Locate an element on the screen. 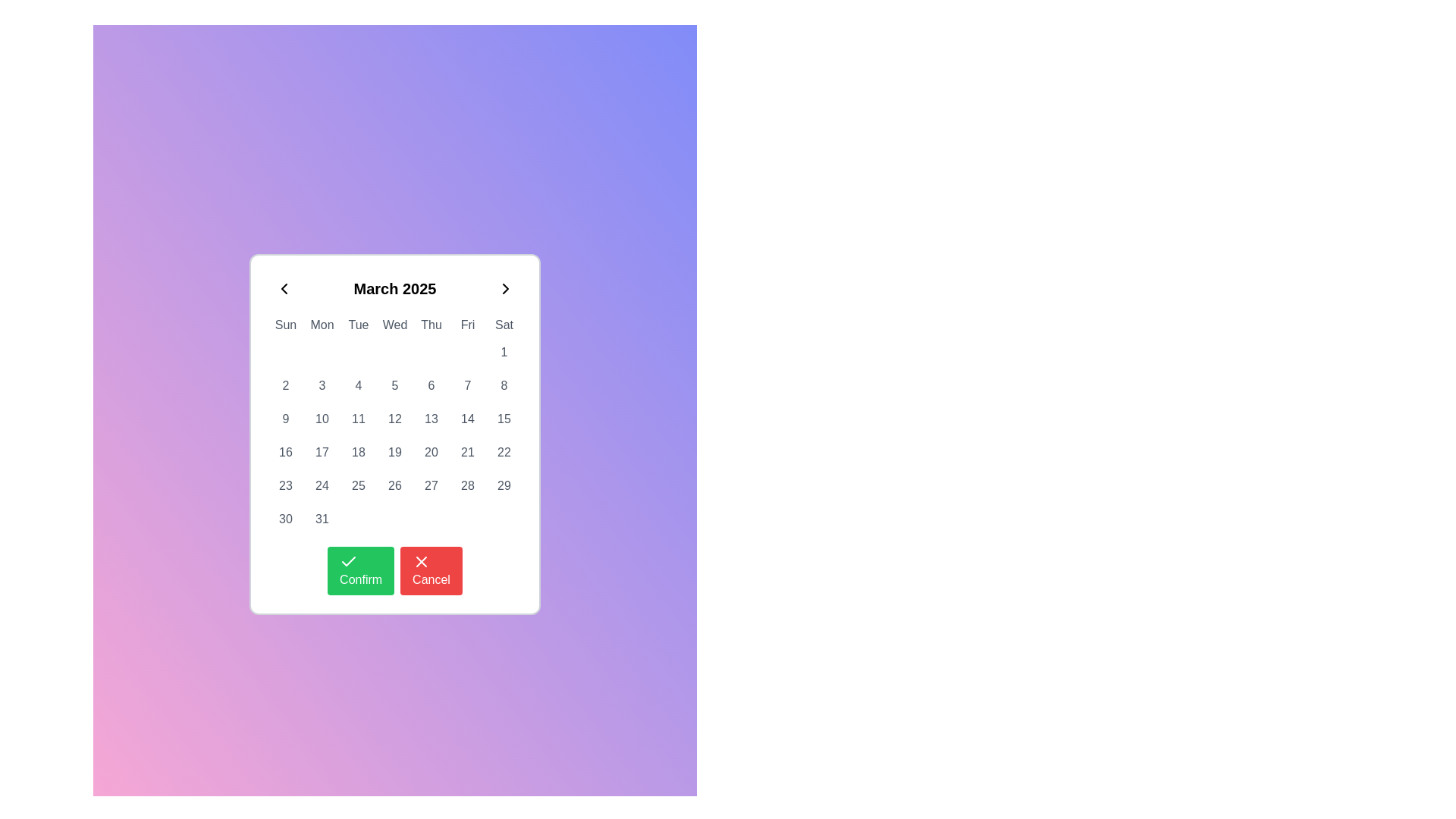 The height and width of the screenshot is (819, 1456). the button displaying the number '15' is located at coordinates (504, 419).